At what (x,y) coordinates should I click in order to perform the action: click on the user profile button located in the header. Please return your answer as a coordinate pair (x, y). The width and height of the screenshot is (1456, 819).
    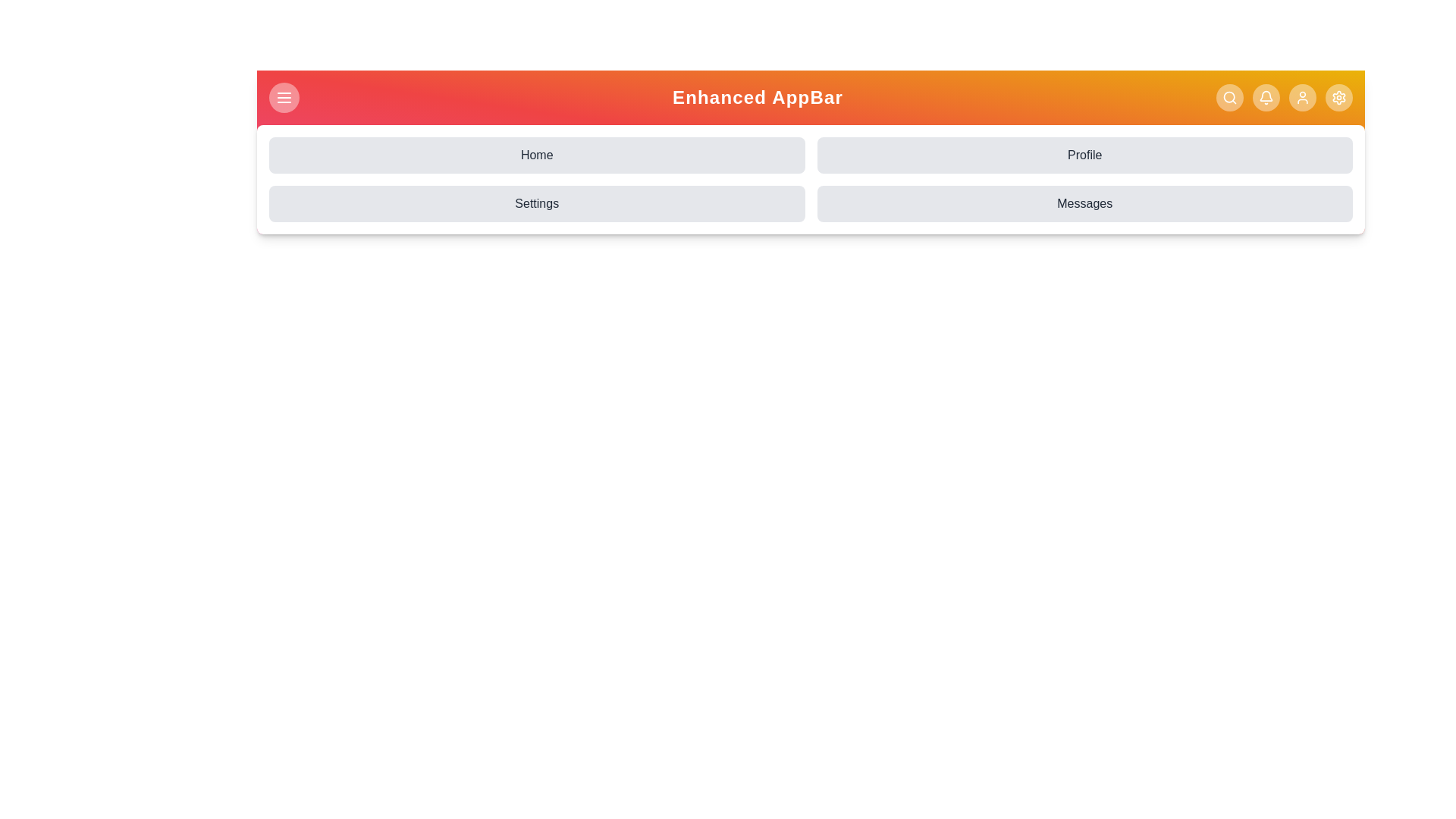
    Looking at the image, I should click on (1302, 97).